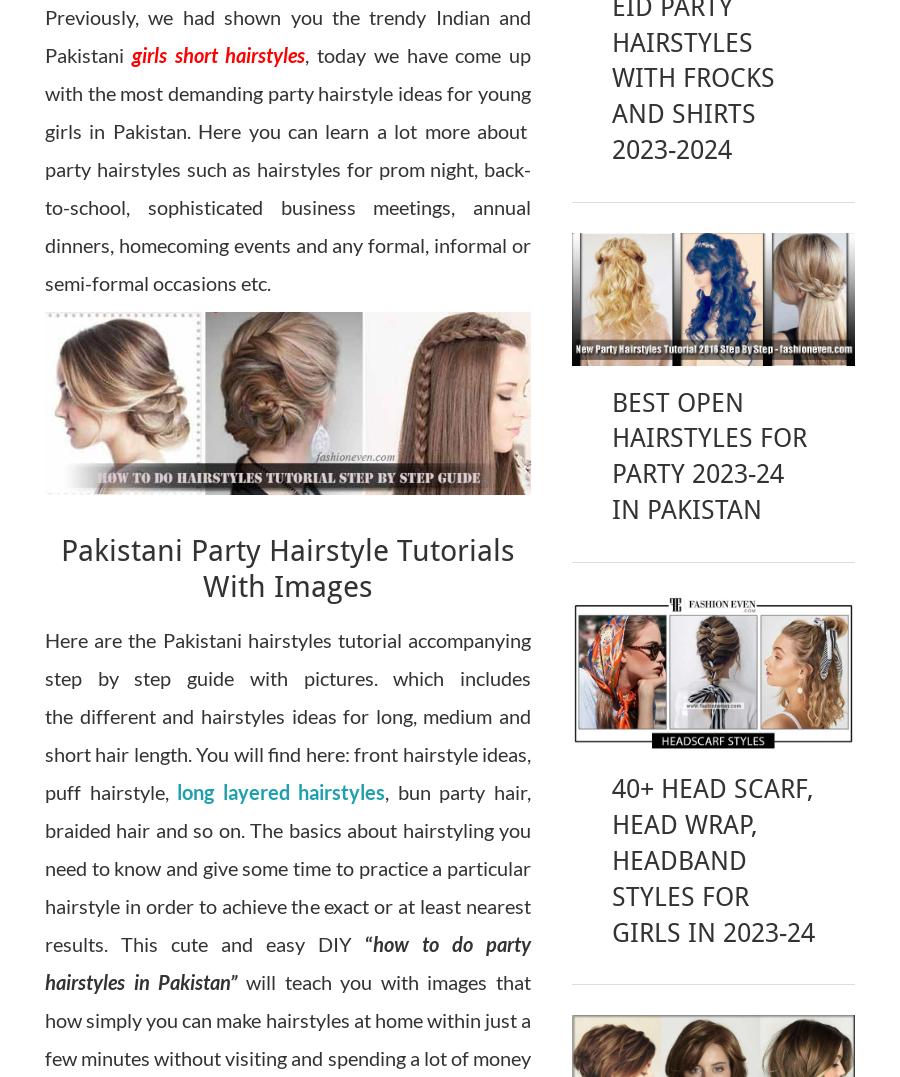  Describe the element at coordinates (44, 167) in the screenshot. I see `', today we have come up with the most demanding party hairstyle ideas for young girls in Pakistan. Here you can learn a lot more about  party hairstyles such as hairstyles for prom night, back-to-school, sophisticated business meetings, annual dinners, homecoming events and any formal, informal or semi-formal occasions etc.'` at that location.